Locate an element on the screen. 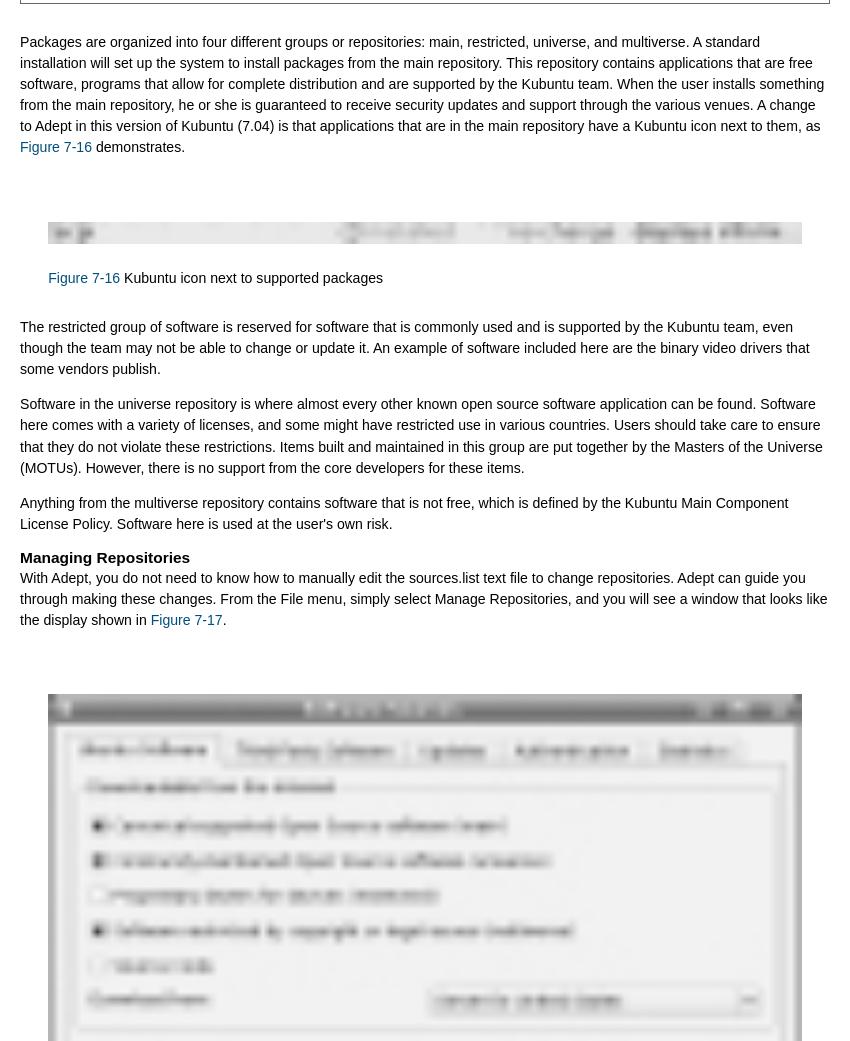 The image size is (850, 1041). 'Software in the universe repository is where almost every other known open source software application can be found. Software here comes with a variety of licenses, and some might have restricted use in various countries. Users should take care to ensure that they do not violate these restrictions. Items built and maintained in this group are put together by the Masters of the Universe (MOTUs). However, there is no support from the core developers for these items.' is located at coordinates (421, 434).